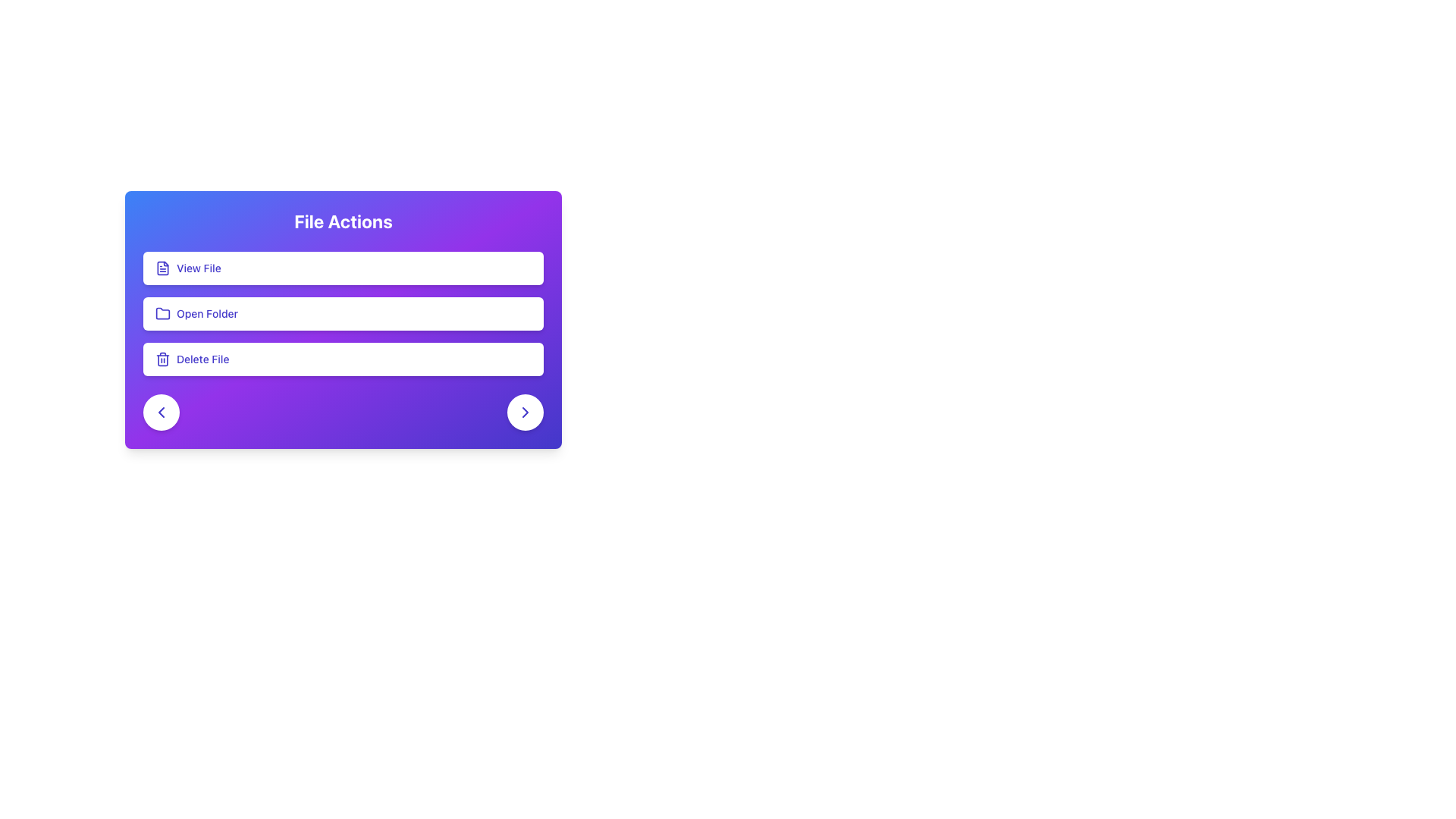  What do you see at coordinates (163, 268) in the screenshot?
I see `the first icon in the action list titled 'File Actions'` at bounding box center [163, 268].